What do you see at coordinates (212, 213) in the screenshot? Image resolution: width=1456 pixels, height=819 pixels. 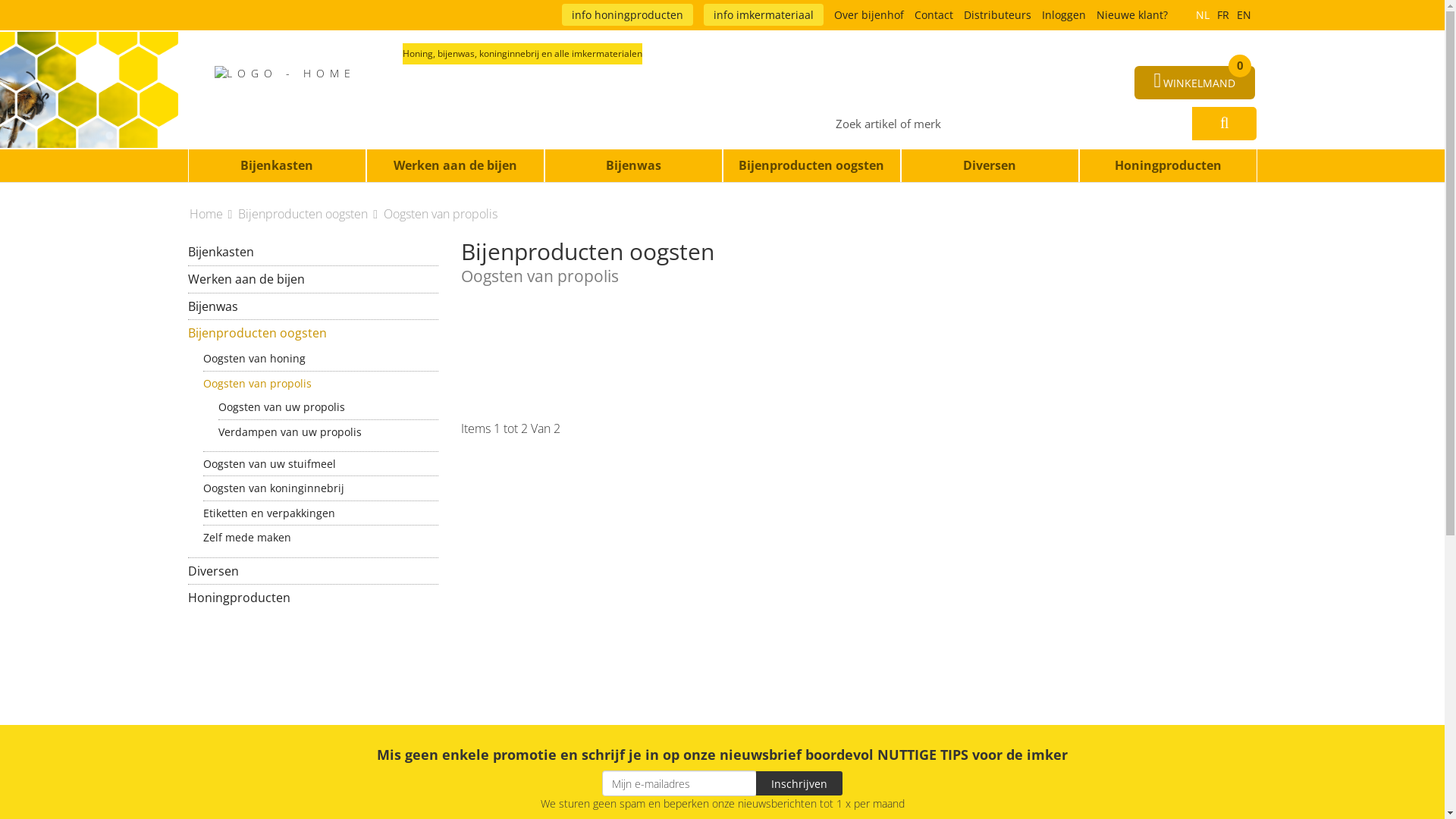 I see `'Home'` at bounding box center [212, 213].